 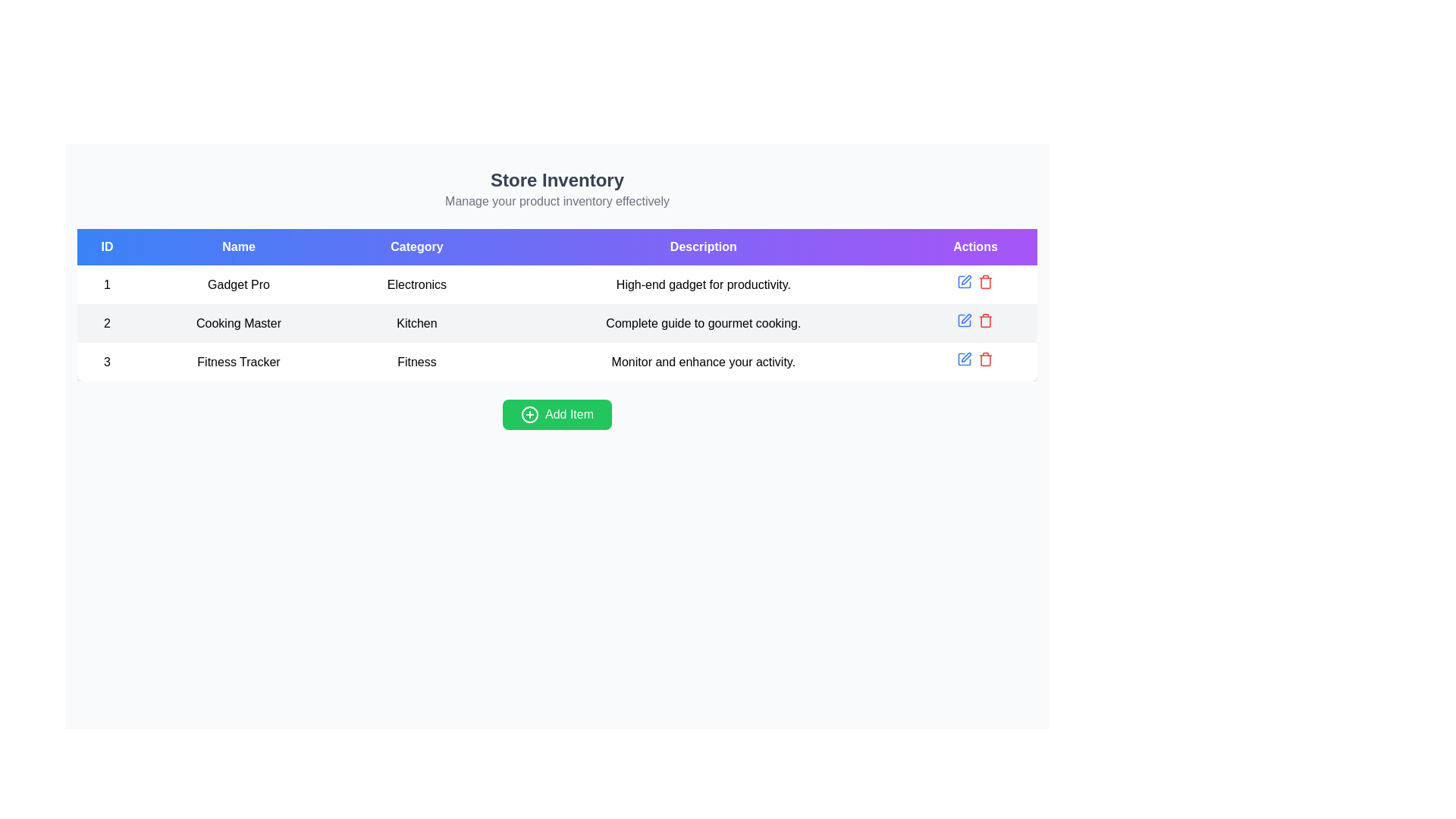 What do you see at coordinates (106, 362) in the screenshot?
I see `the Text Label indicating the unique identifier for the third entry in the table, located in the first cell of the third row of the 'ID' column` at bounding box center [106, 362].